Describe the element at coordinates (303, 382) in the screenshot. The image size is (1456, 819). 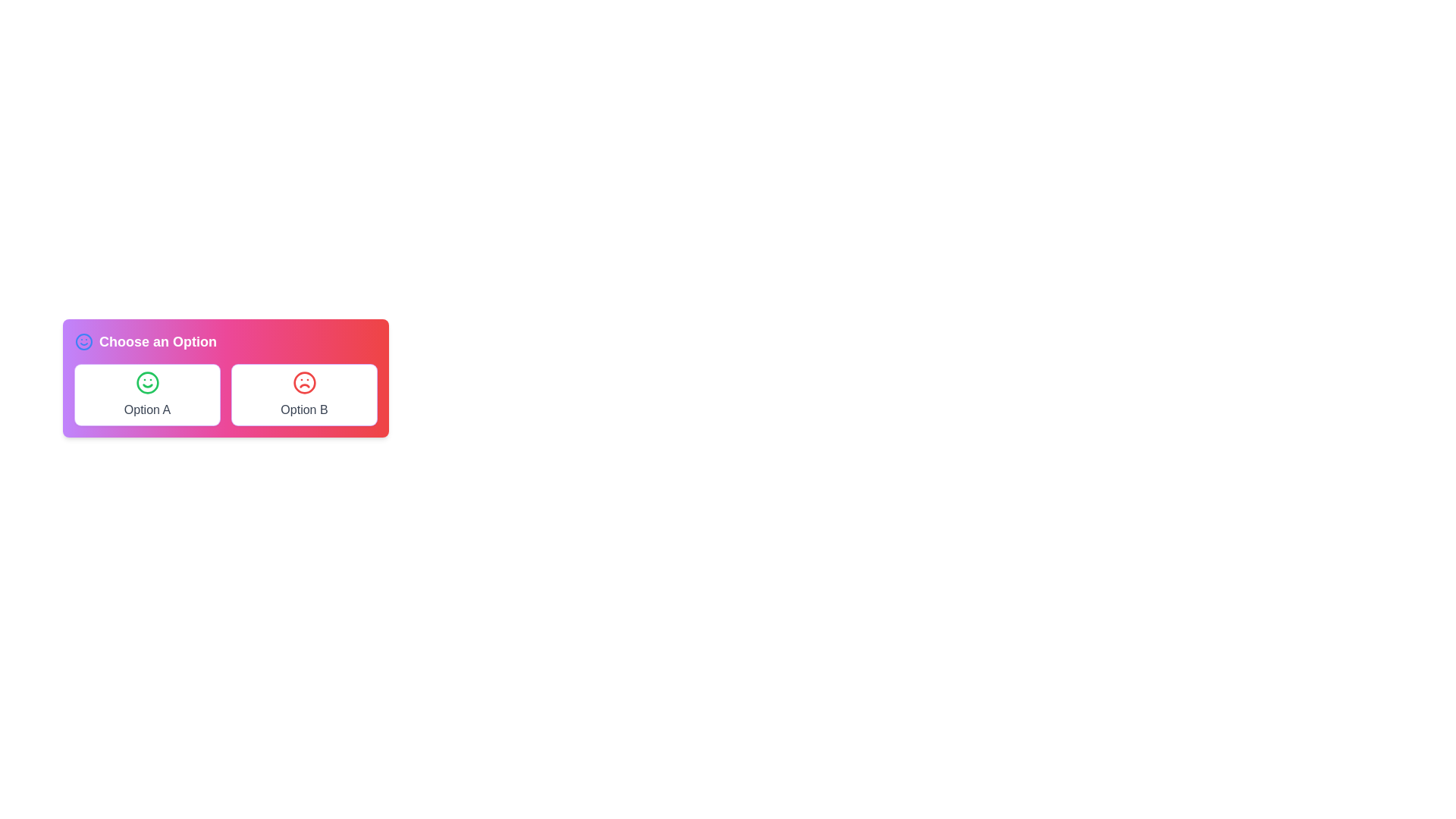
I see `the circular red icon with a frowning face located in the 'Option B' section` at that location.